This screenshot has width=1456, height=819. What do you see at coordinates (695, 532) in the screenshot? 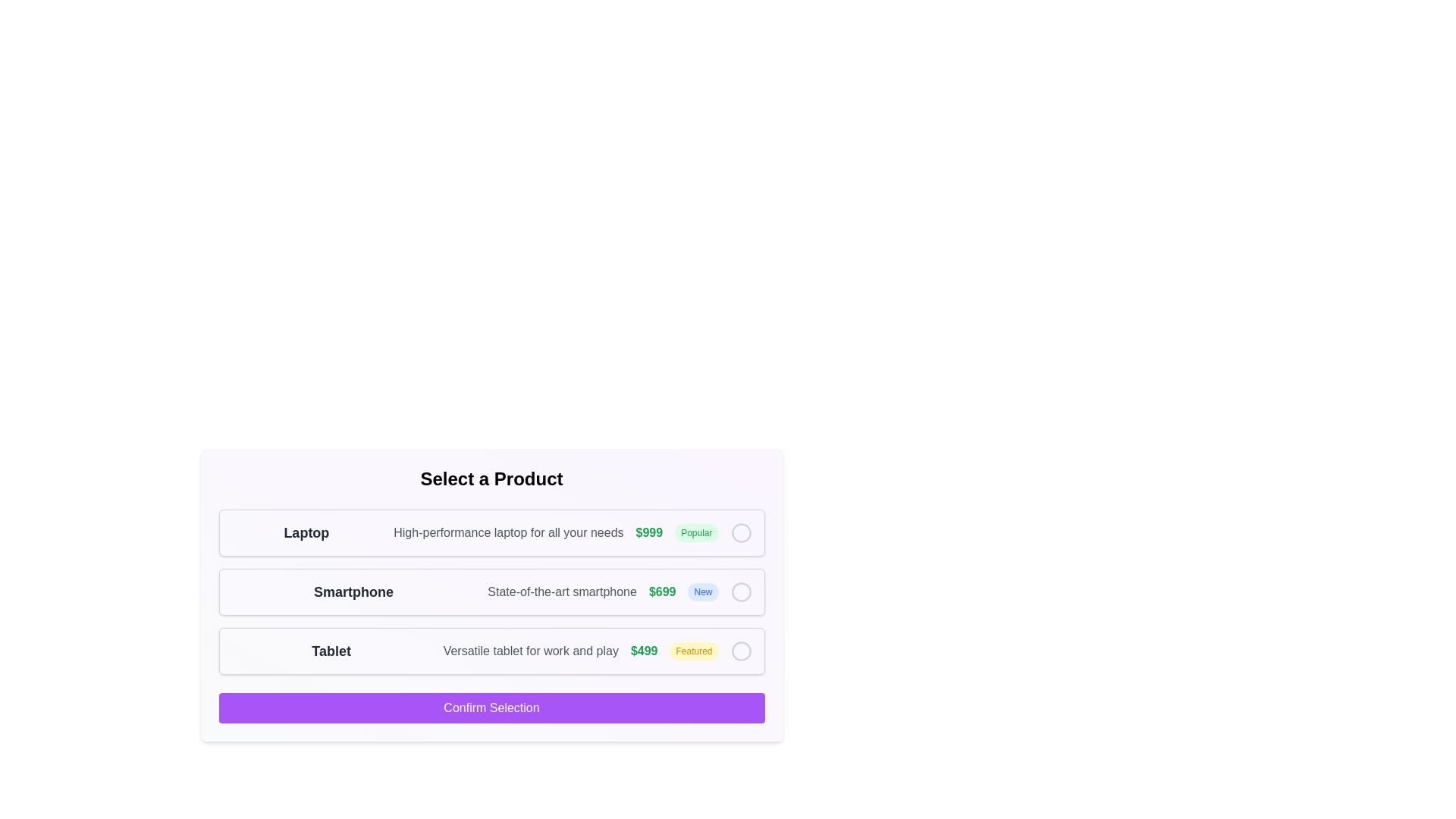
I see `the 'Popular' badge, which is a pill-shaped element with a light green background, located within the first product card labeled 'Laptop', positioned to the right of the price '$999'` at bounding box center [695, 532].